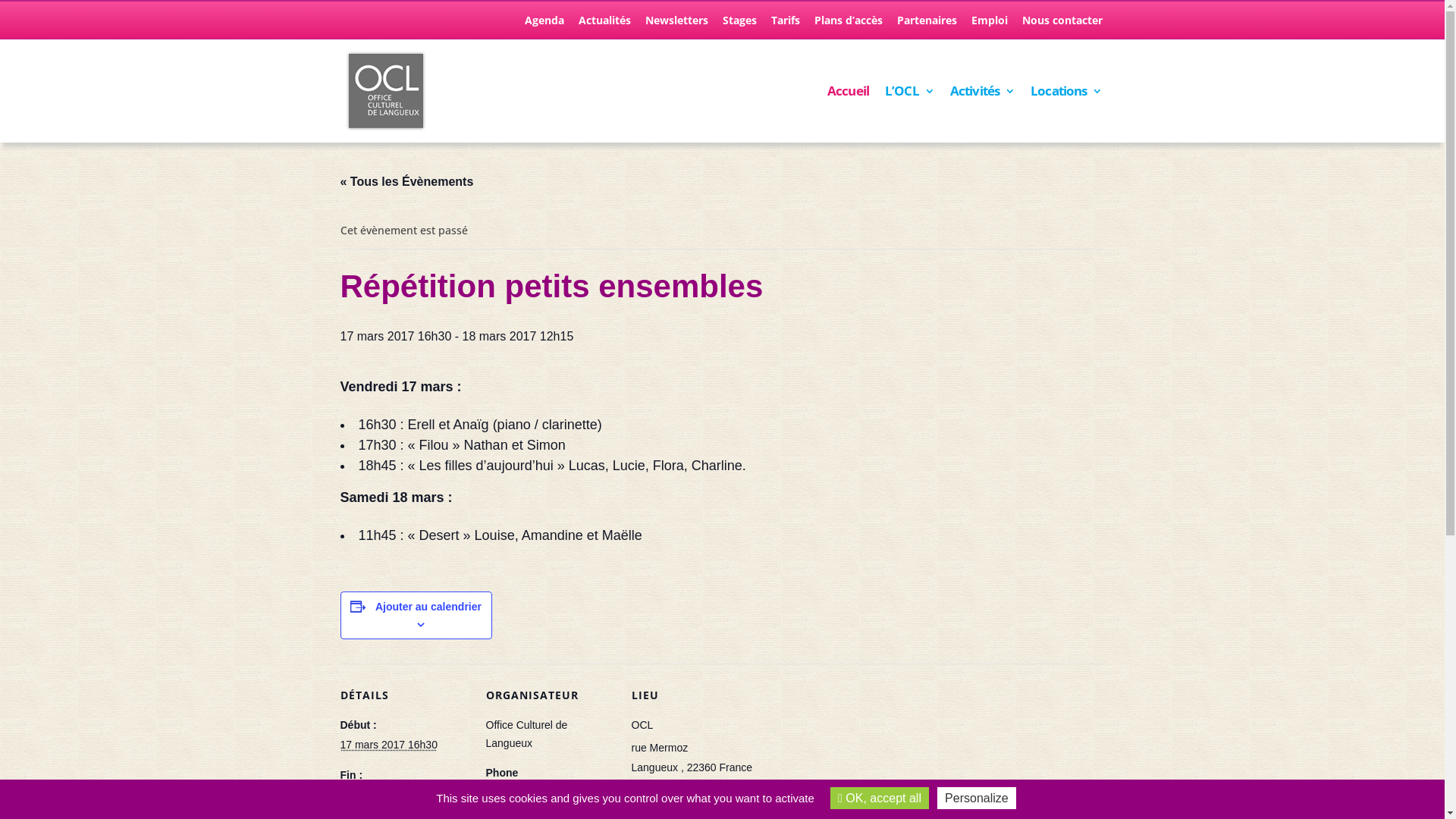  Describe the element at coordinates (770, 24) in the screenshot. I see `'Tarifs'` at that location.